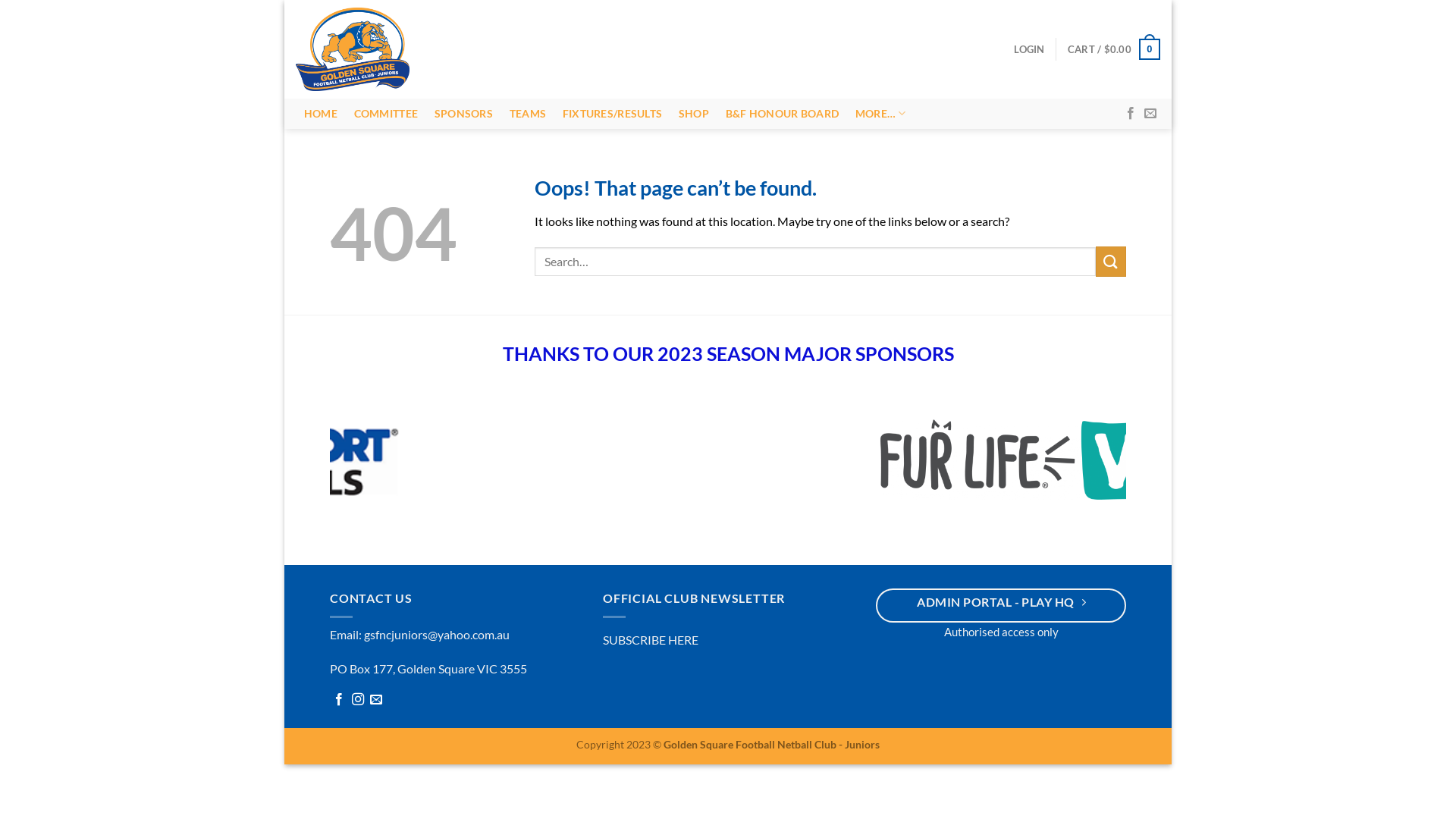 Image resolution: width=1456 pixels, height=819 pixels. I want to click on 'SUBSCRIBE HERE', so click(651, 642).